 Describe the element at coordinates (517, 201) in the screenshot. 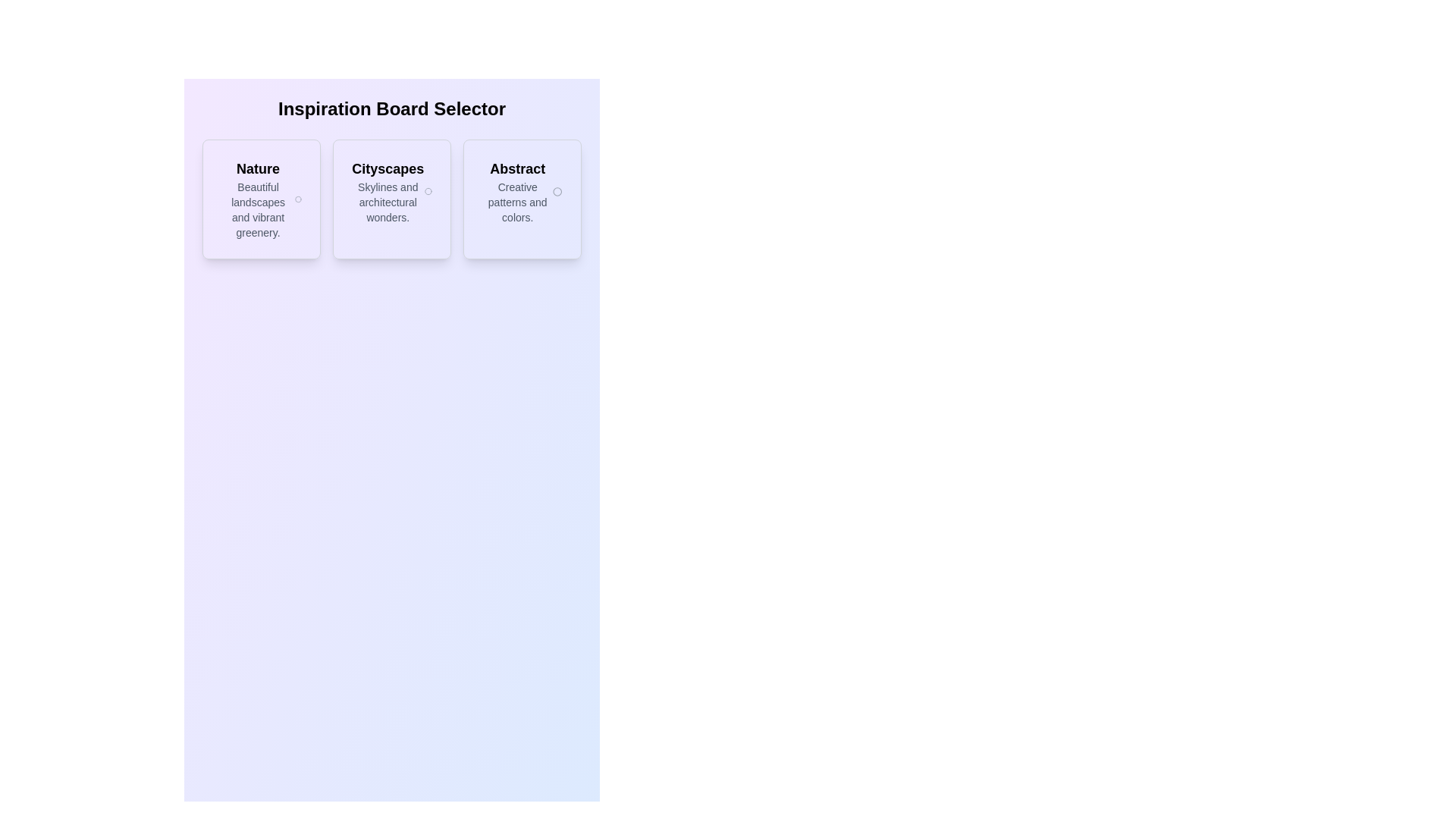

I see `the text block displaying 'Creative patterns and colors.' located below the title 'Abstract' in the rightmost card of the 'Inspiration Board Selector' interface` at that location.